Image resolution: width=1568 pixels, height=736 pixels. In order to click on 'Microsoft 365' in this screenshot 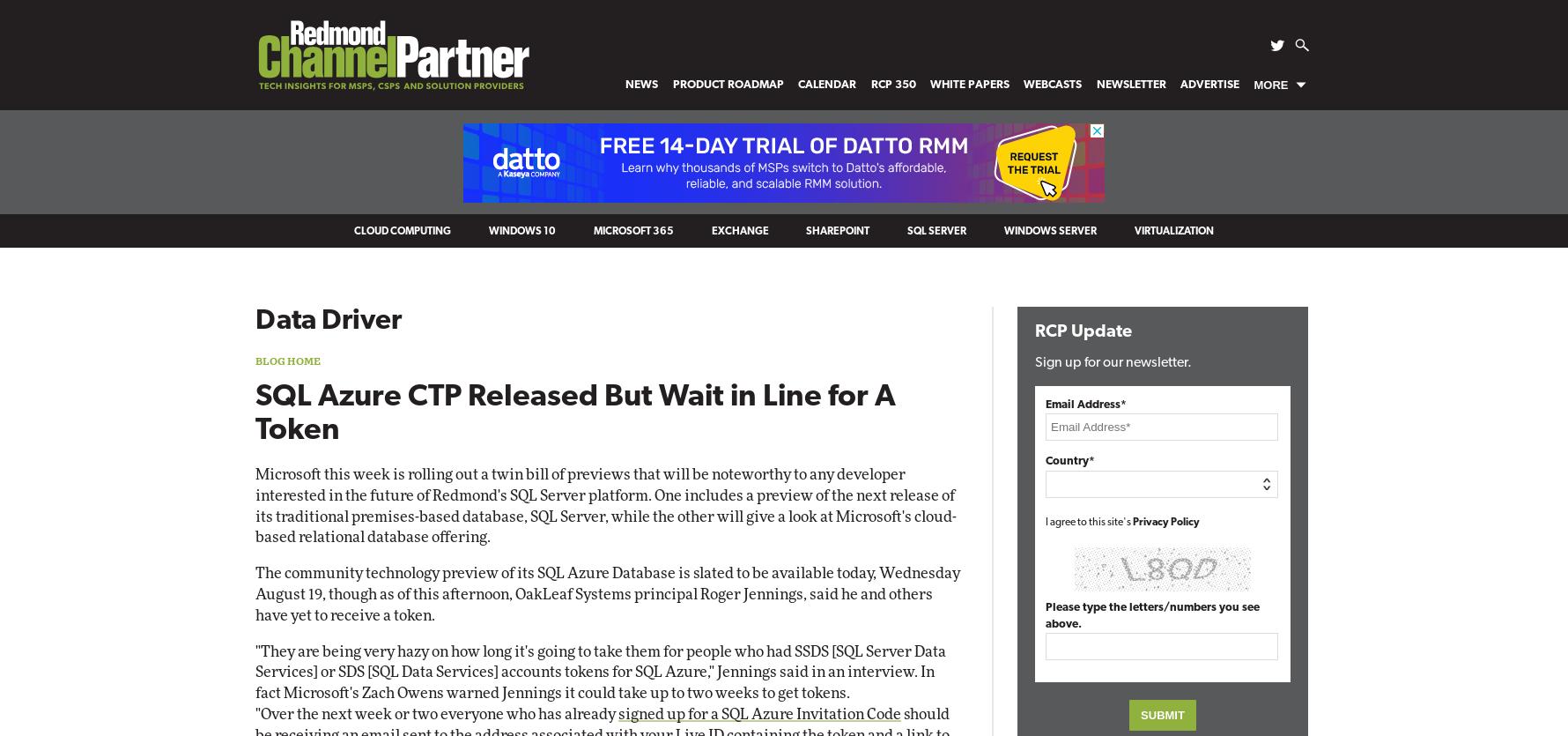, I will do `click(632, 231)`.